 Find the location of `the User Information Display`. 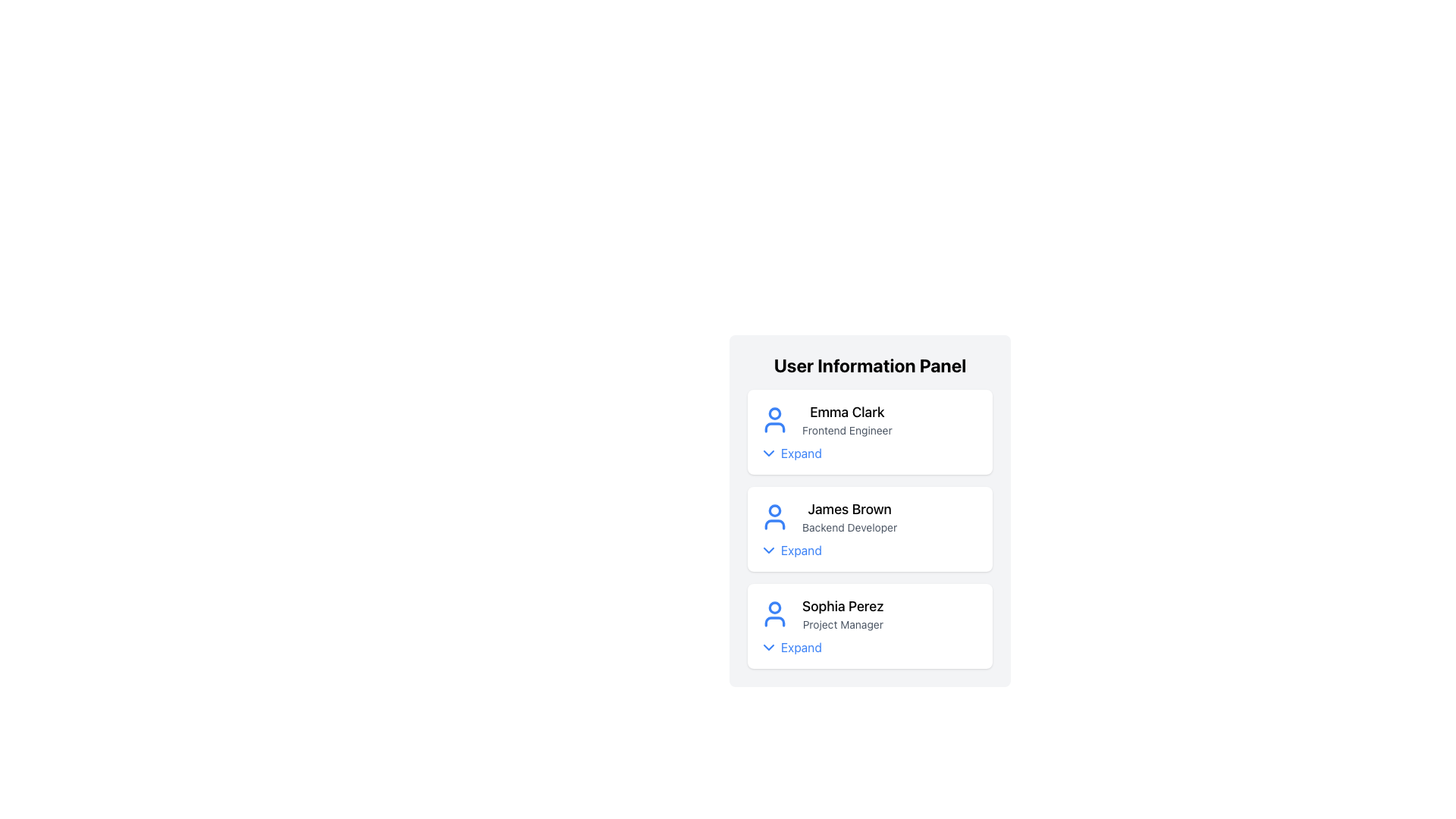

the User Information Display is located at coordinates (870, 516).